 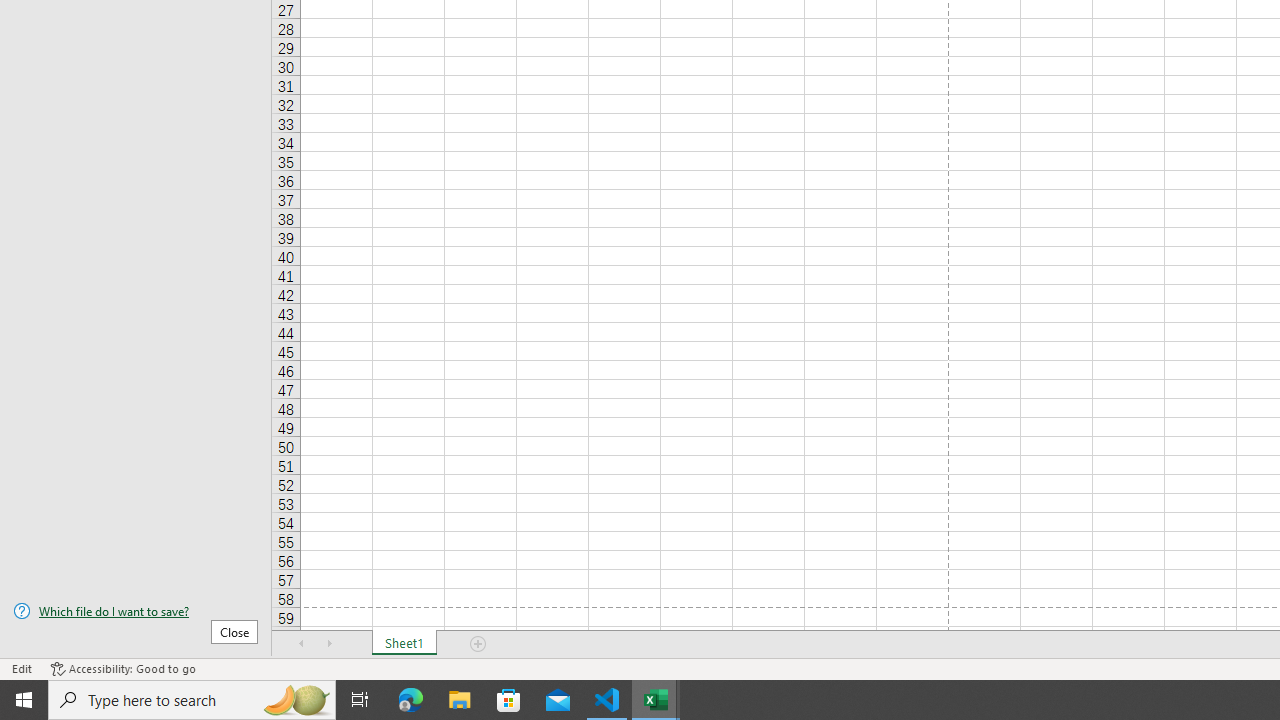 What do you see at coordinates (234, 631) in the screenshot?
I see `'Close'` at bounding box center [234, 631].